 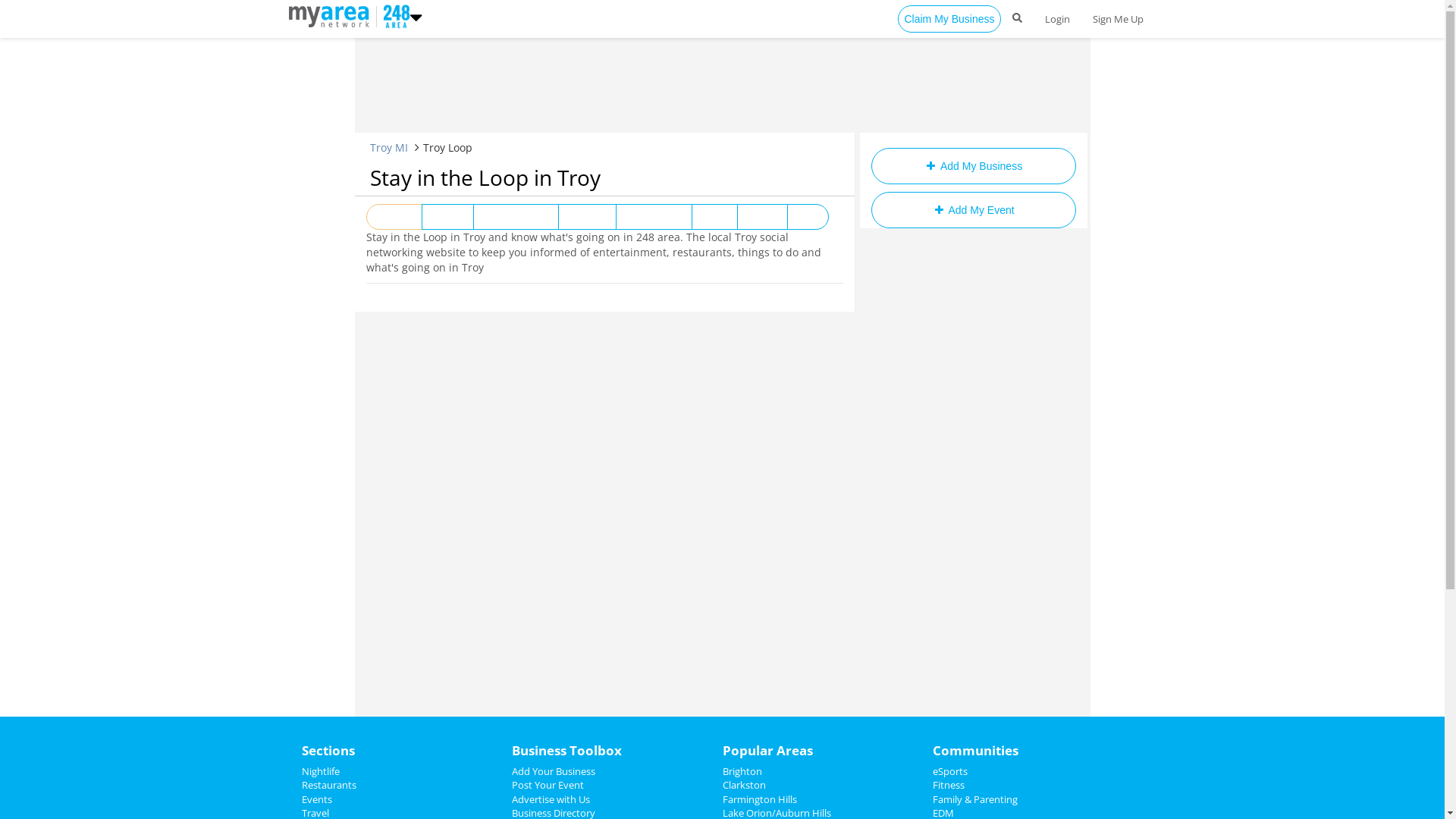 What do you see at coordinates (972, 166) in the screenshot?
I see `'Add My Business'` at bounding box center [972, 166].